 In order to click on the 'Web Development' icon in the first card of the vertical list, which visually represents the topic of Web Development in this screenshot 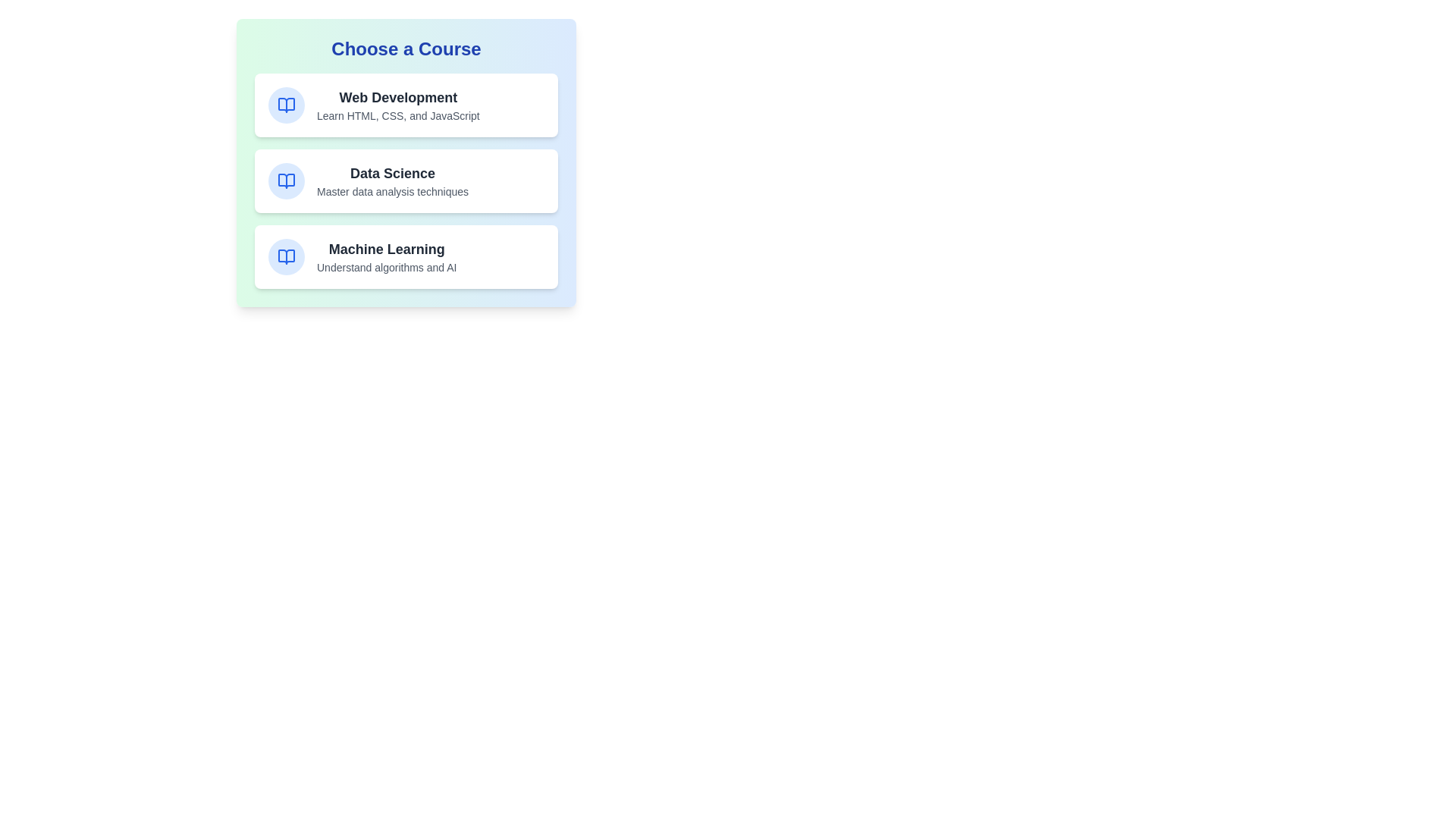, I will do `click(287, 104)`.